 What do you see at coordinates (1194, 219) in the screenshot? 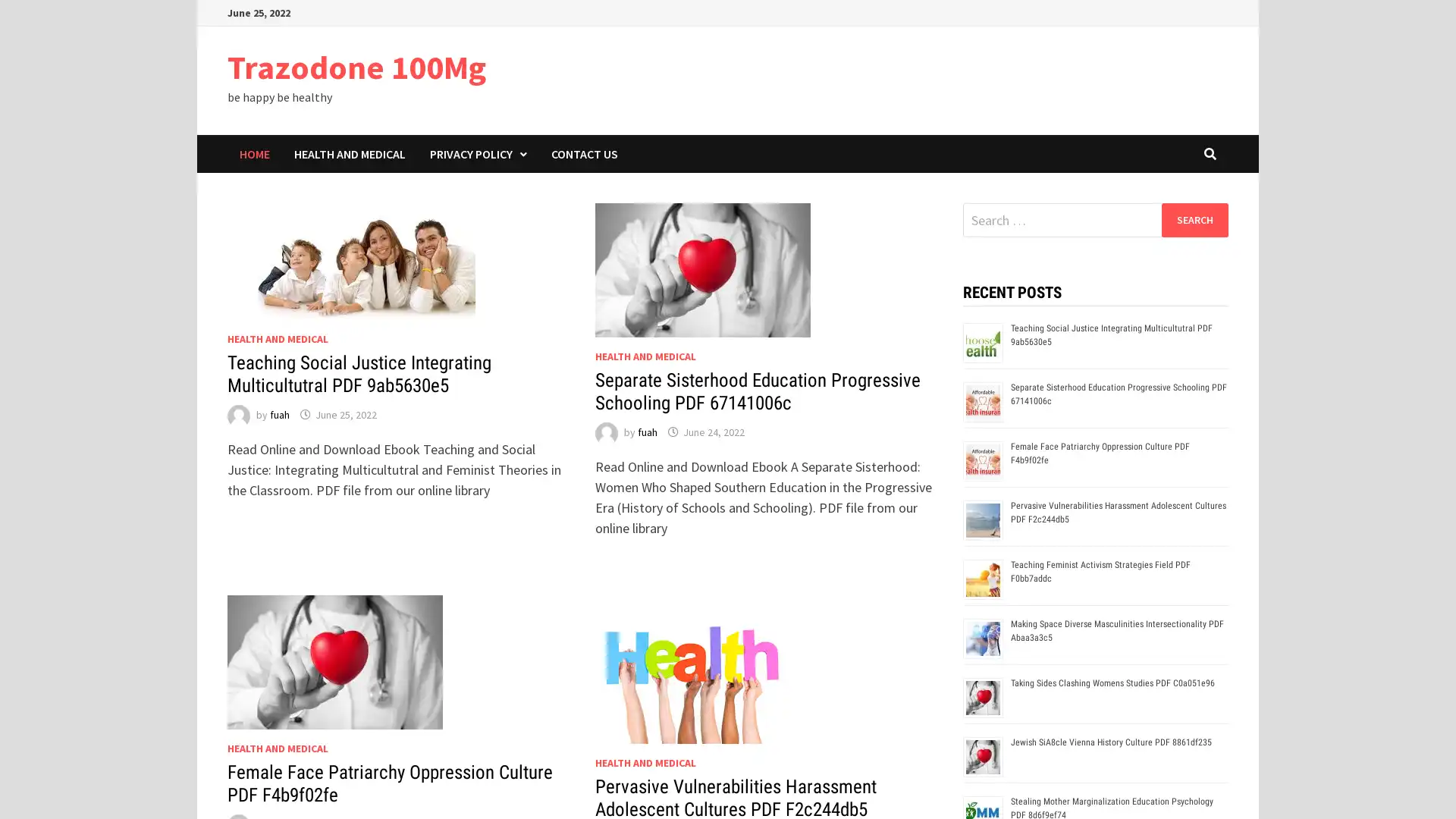
I see `Search` at bounding box center [1194, 219].